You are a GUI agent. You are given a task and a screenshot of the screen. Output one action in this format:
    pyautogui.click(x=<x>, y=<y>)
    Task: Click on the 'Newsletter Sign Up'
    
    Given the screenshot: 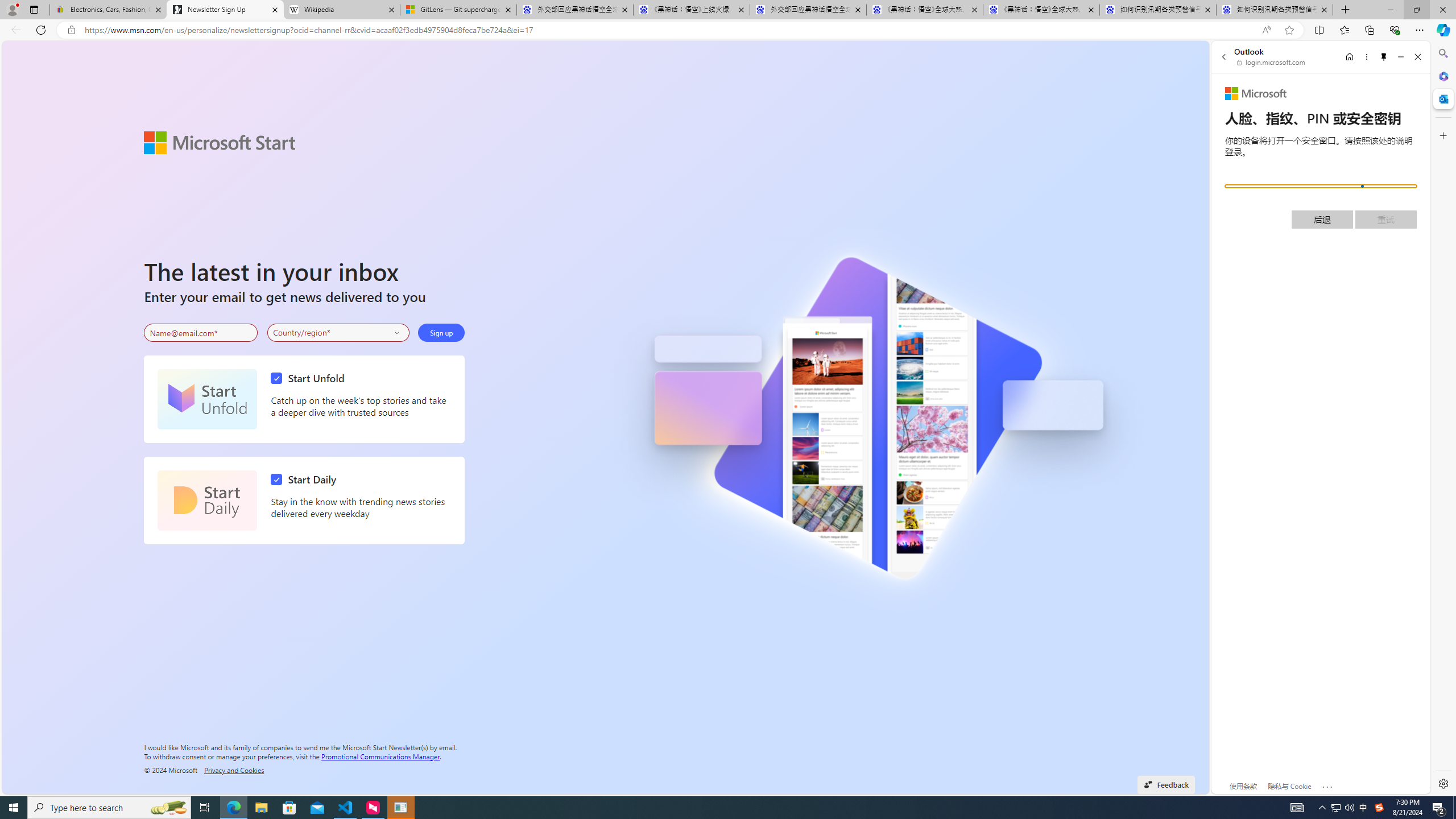 What is the action you would take?
    pyautogui.click(x=225, y=9)
    